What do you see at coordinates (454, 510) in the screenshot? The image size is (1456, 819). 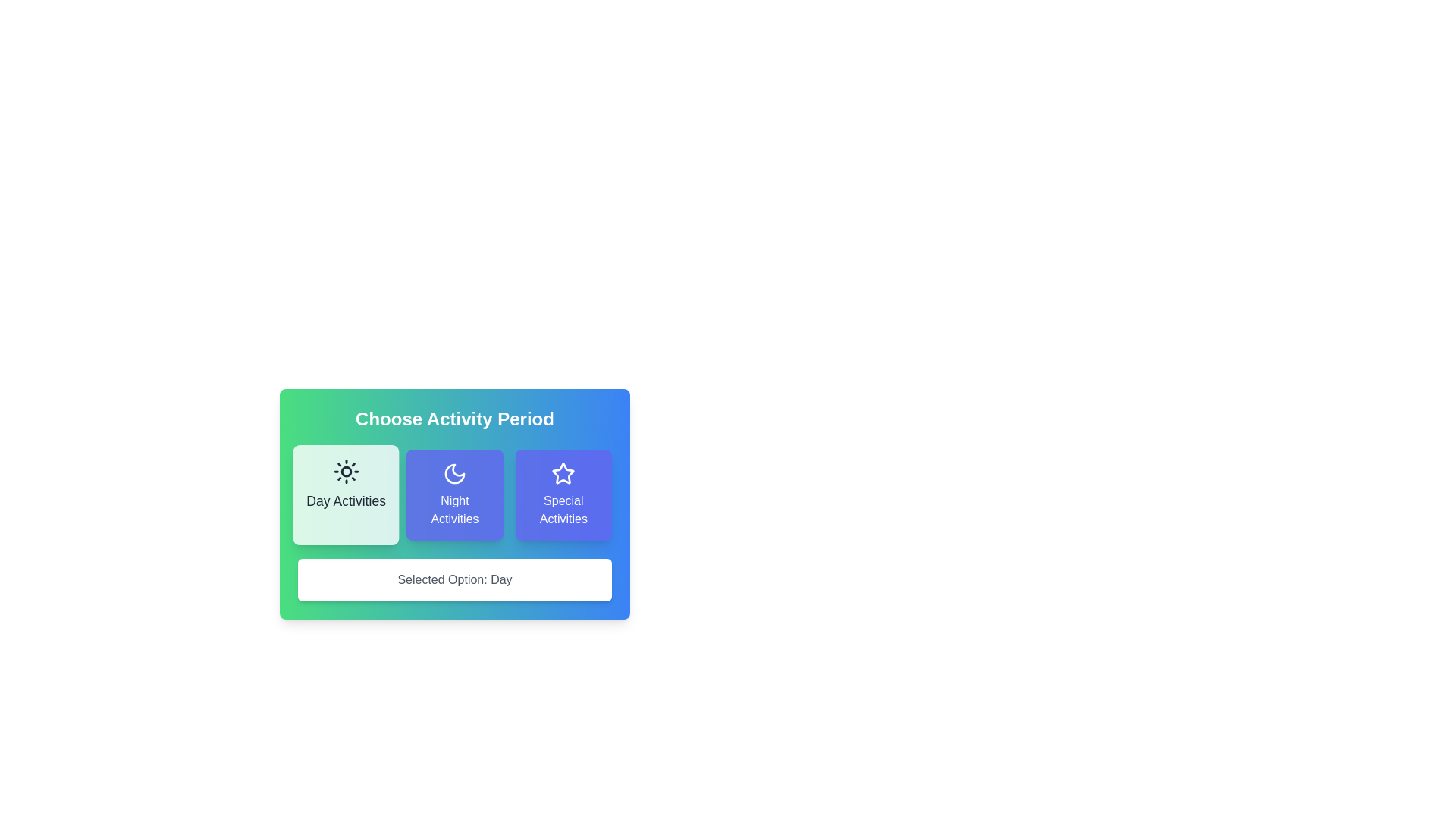 I see `'Night Activities' text label located in the middle card of the trio under 'Choose Activity Period', which is below the moon icon` at bounding box center [454, 510].